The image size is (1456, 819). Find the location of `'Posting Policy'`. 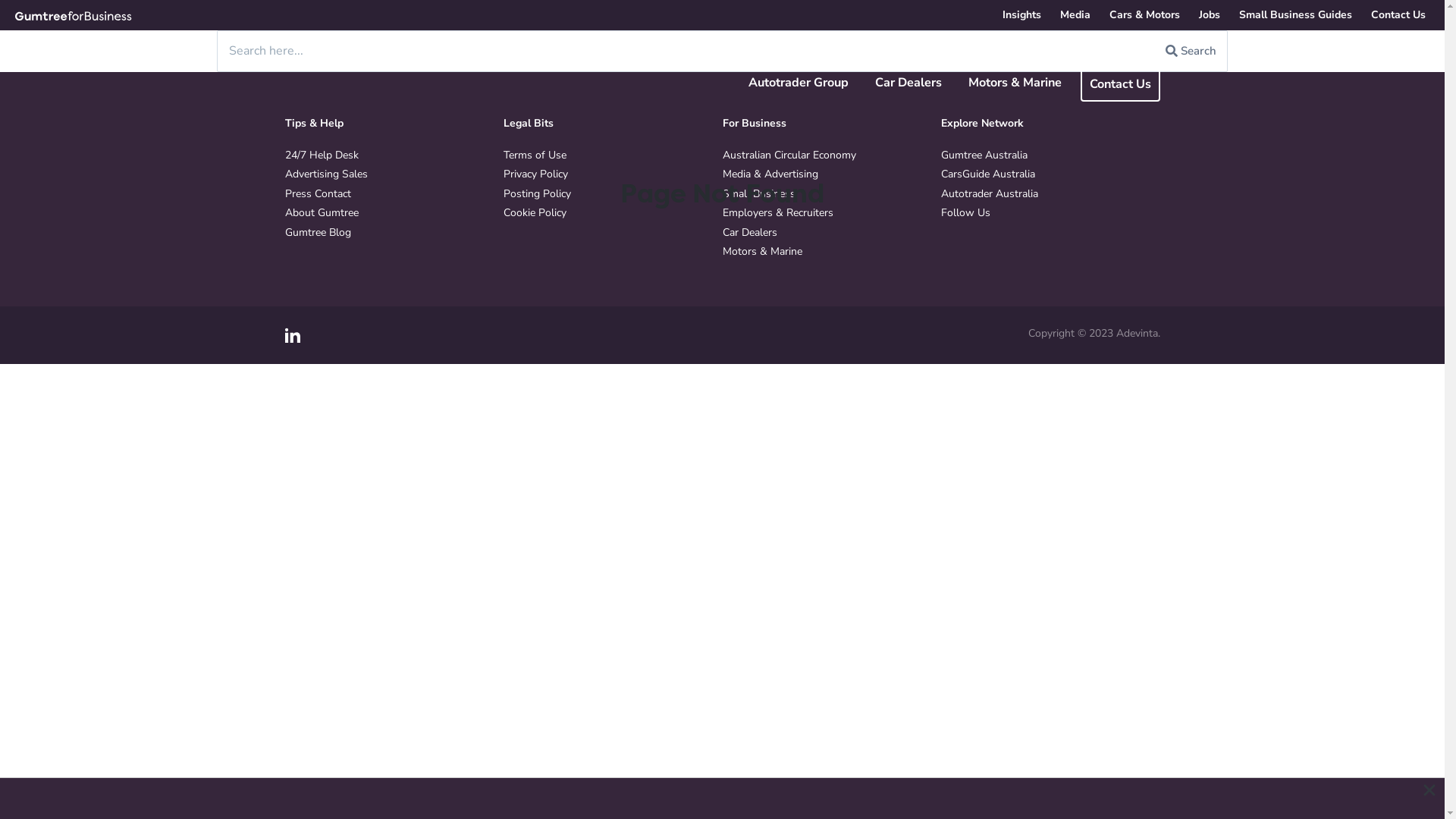

'Posting Policy' is located at coordinates (537, 193).